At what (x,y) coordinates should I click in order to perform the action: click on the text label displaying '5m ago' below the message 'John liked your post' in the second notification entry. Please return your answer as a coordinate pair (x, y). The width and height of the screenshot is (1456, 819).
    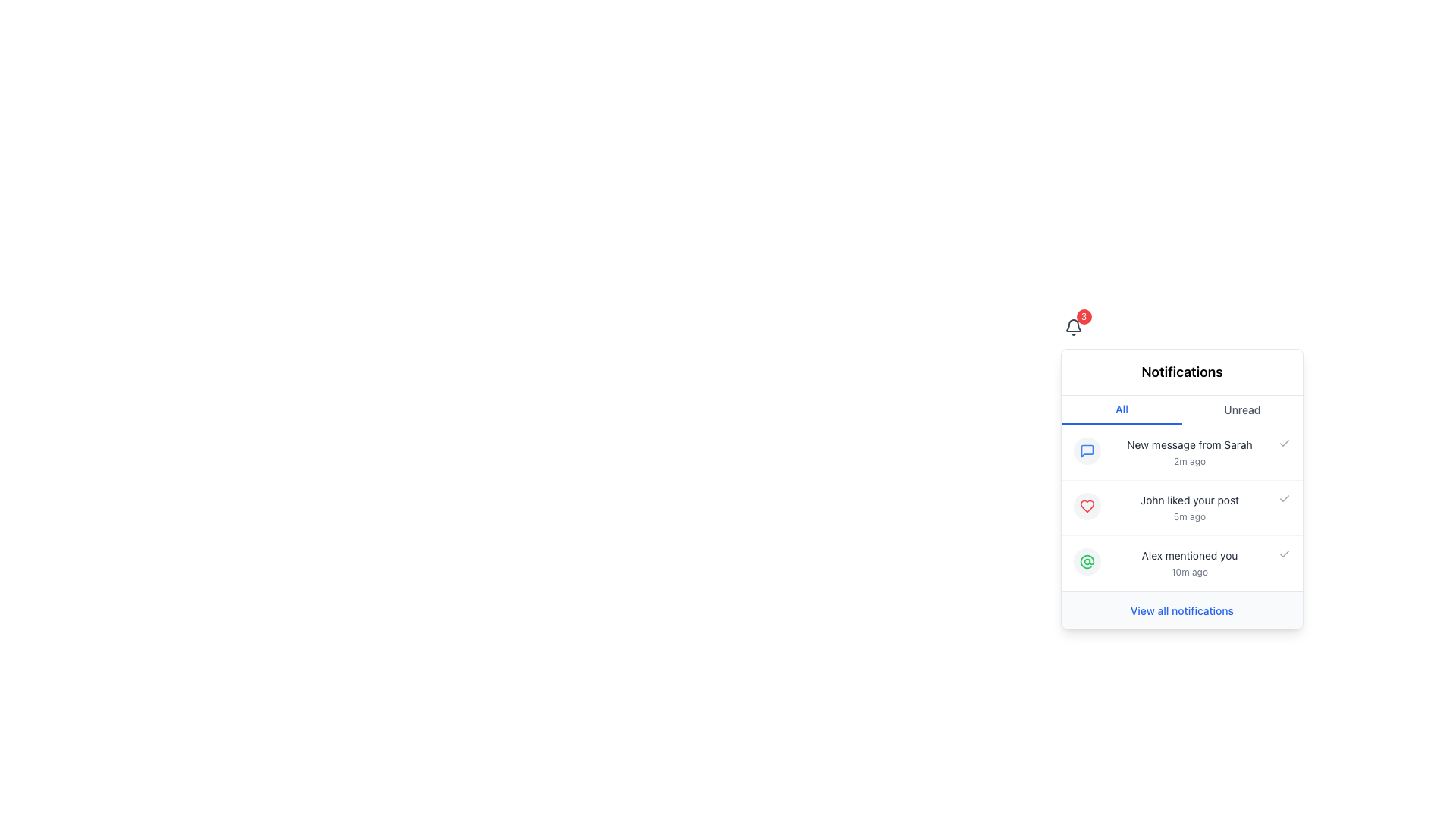
    Looking at the image, I should click on (1189, 516).